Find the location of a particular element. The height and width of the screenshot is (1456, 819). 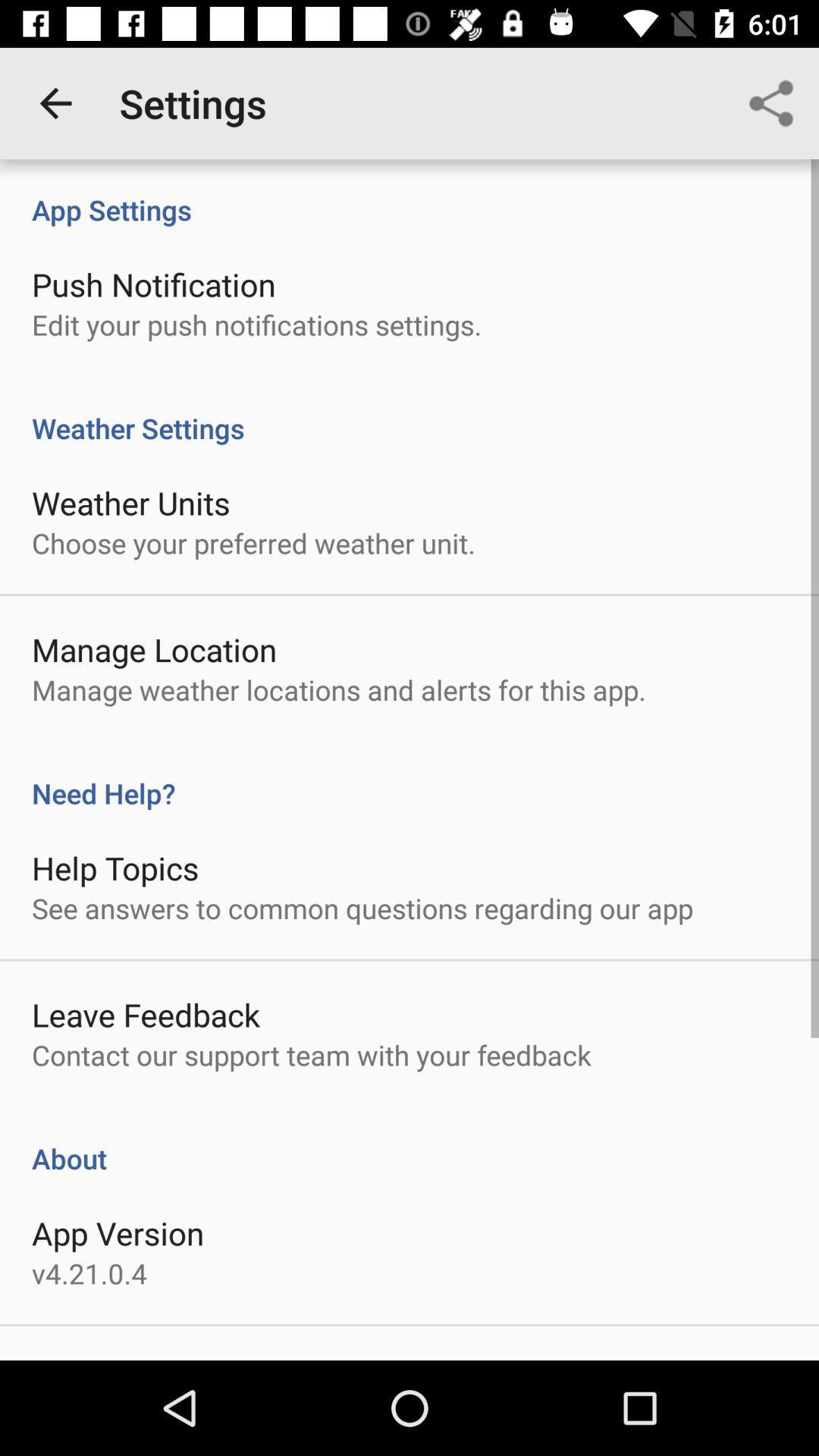

the contact our support item is located at coordinates (311, 1054).